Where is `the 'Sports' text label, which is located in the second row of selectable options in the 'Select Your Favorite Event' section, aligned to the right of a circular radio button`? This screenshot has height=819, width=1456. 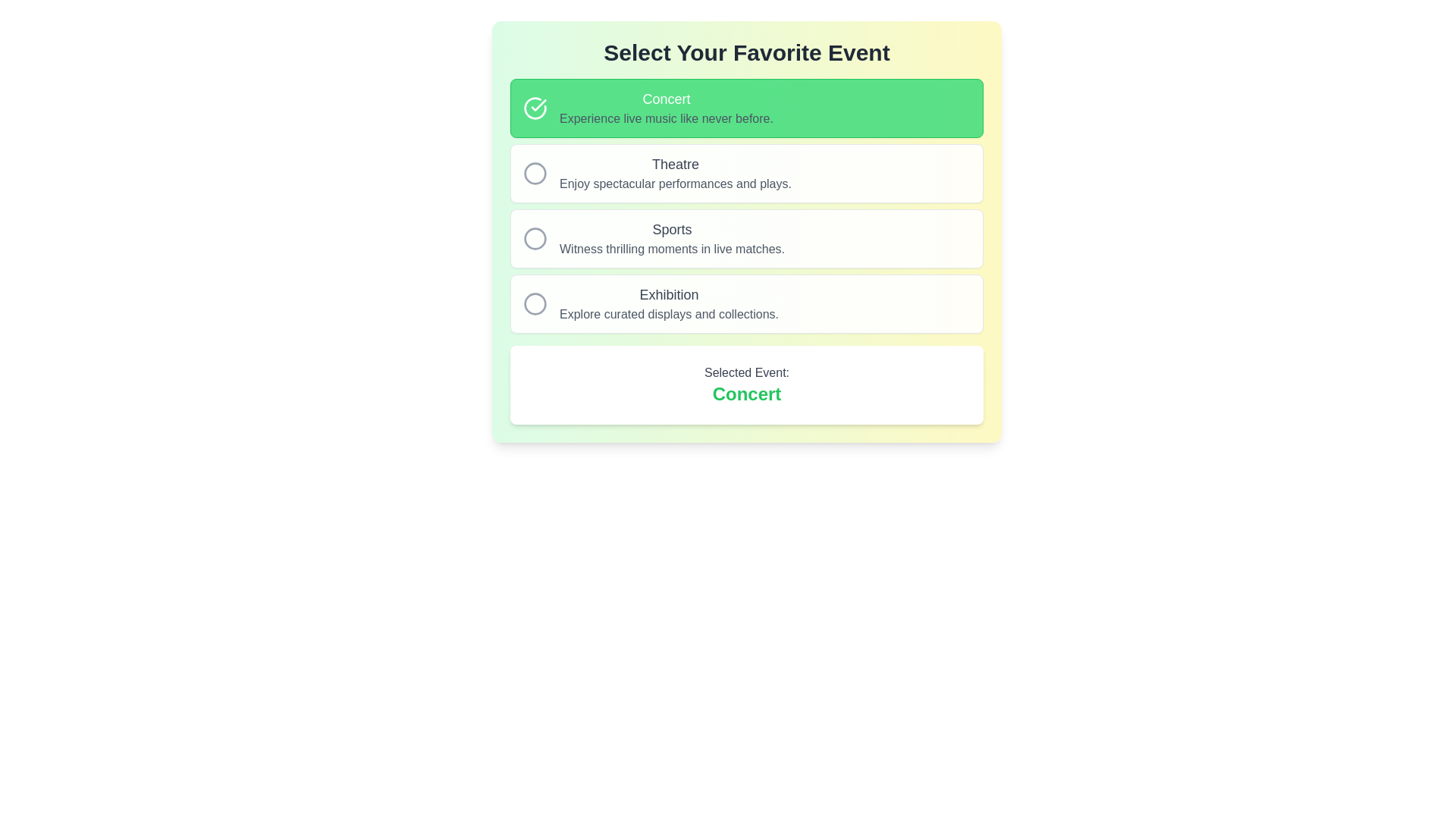
the 'Sports' text label, which is located in the second row of selectable options in the 'Select Your Favorite Event' section, aligned to the right of a circular radio button is located at coordinates (671, 239).